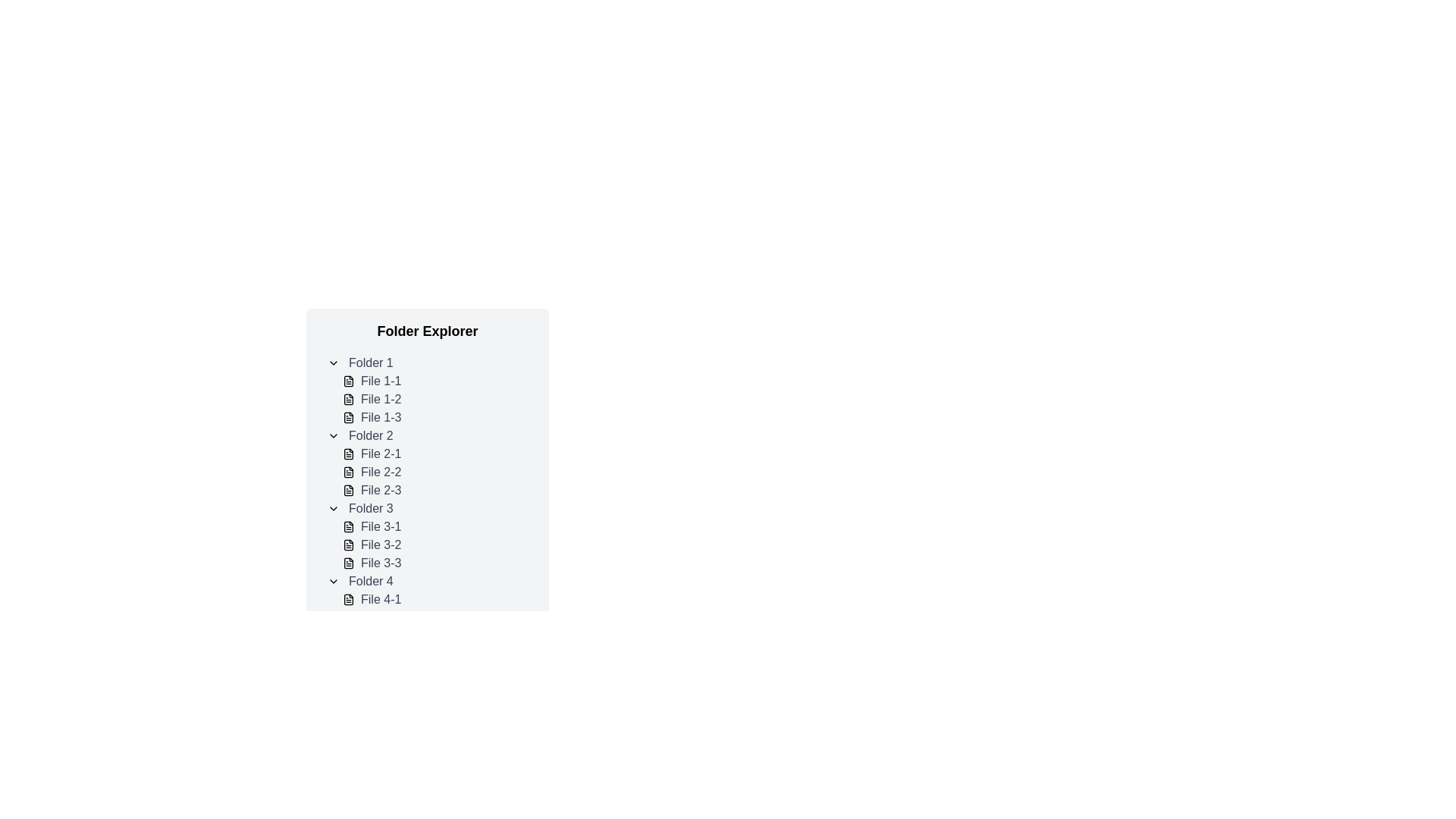 The height and width of the screenshot is (819, 1456). Describe the element at coordinates (348, 380) in the screenshot. I see `the icon representing 'File 1-1' in the folder explorer panel under 'Folder 1', which visually appears as a document or text file` at that location.